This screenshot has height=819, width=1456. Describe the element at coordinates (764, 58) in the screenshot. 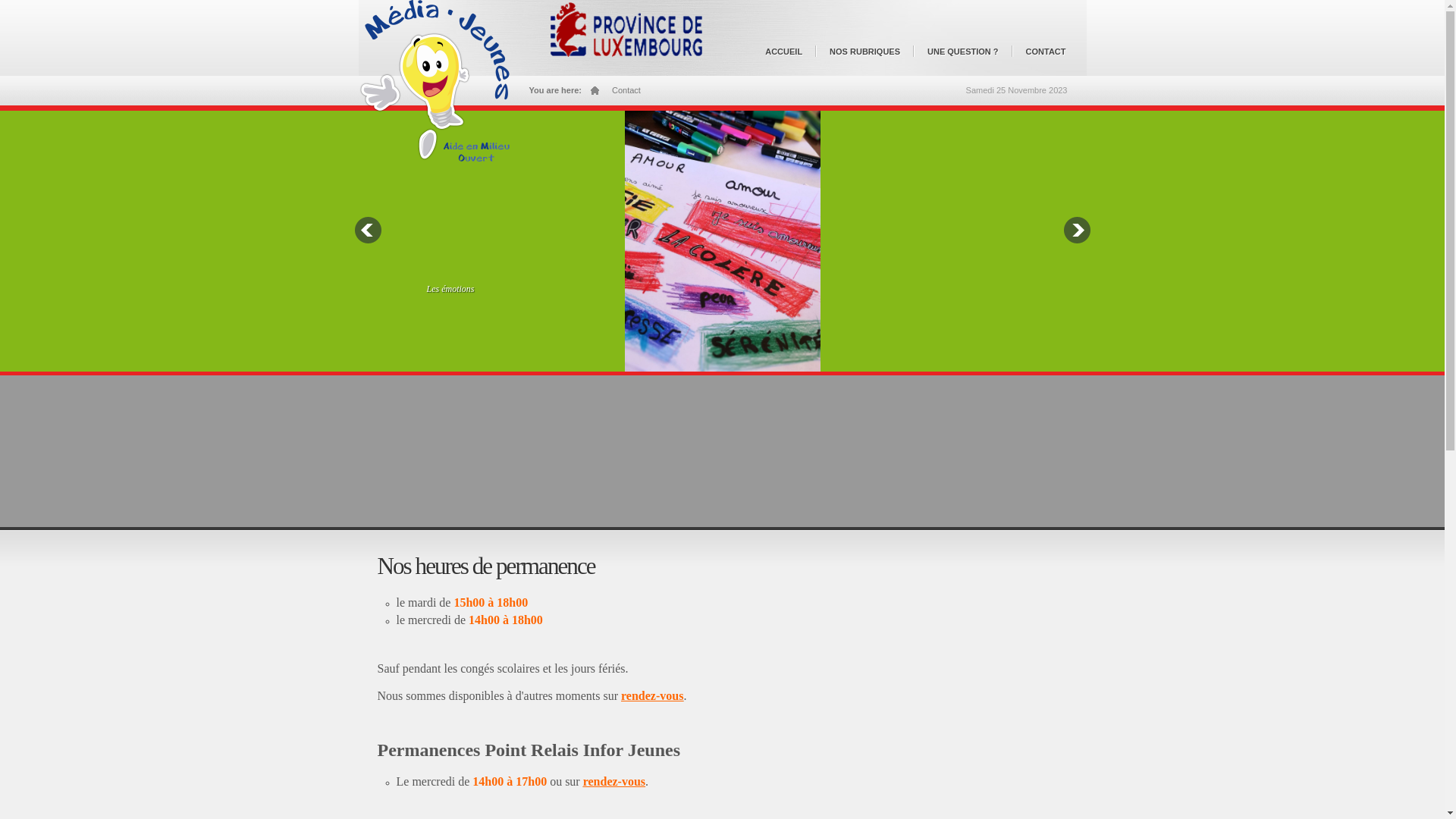

I see `'ACCUEIL'` at that location.